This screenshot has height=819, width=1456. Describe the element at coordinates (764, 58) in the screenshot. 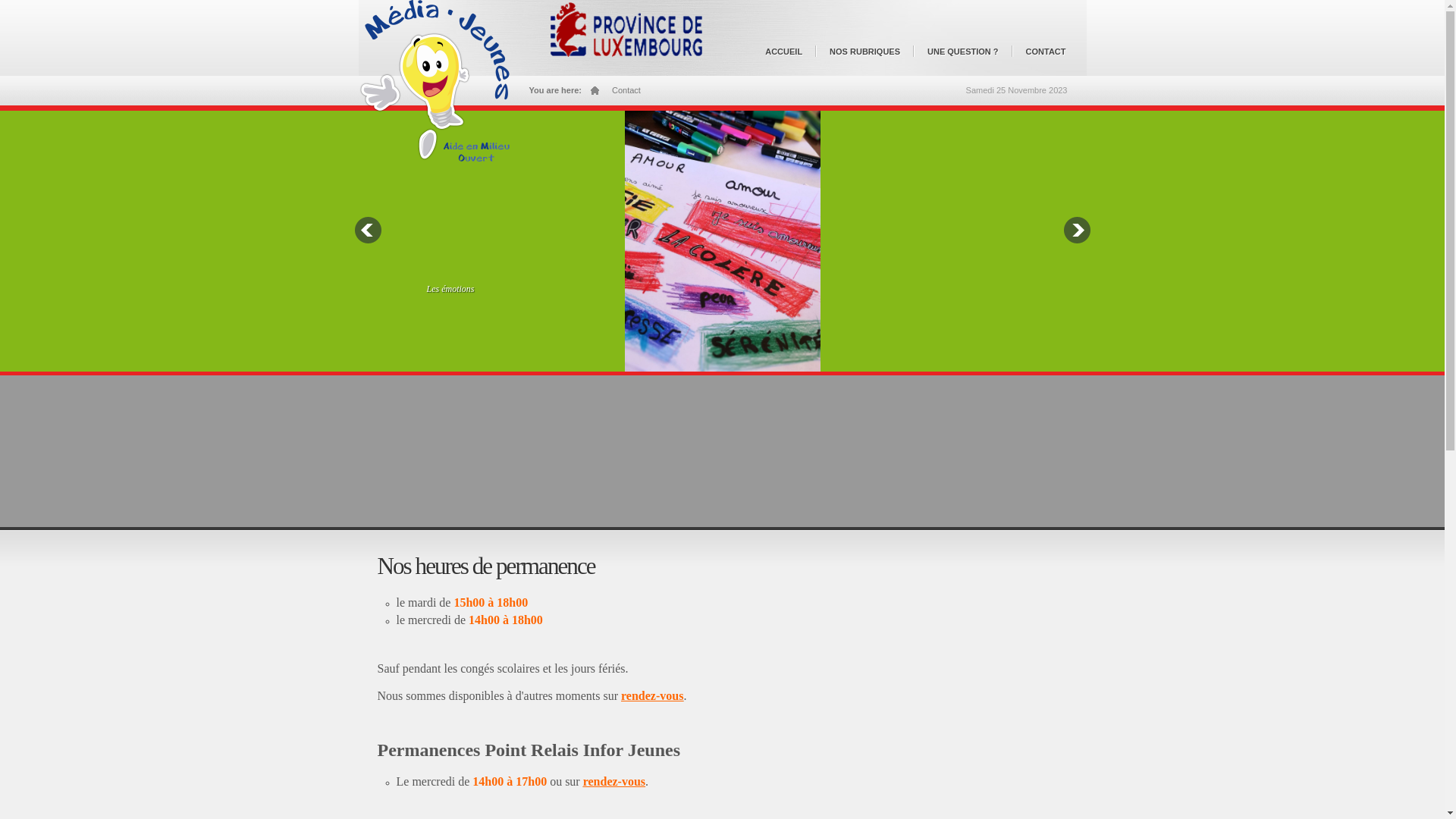

I see `'ACCUEIL'` at that location.